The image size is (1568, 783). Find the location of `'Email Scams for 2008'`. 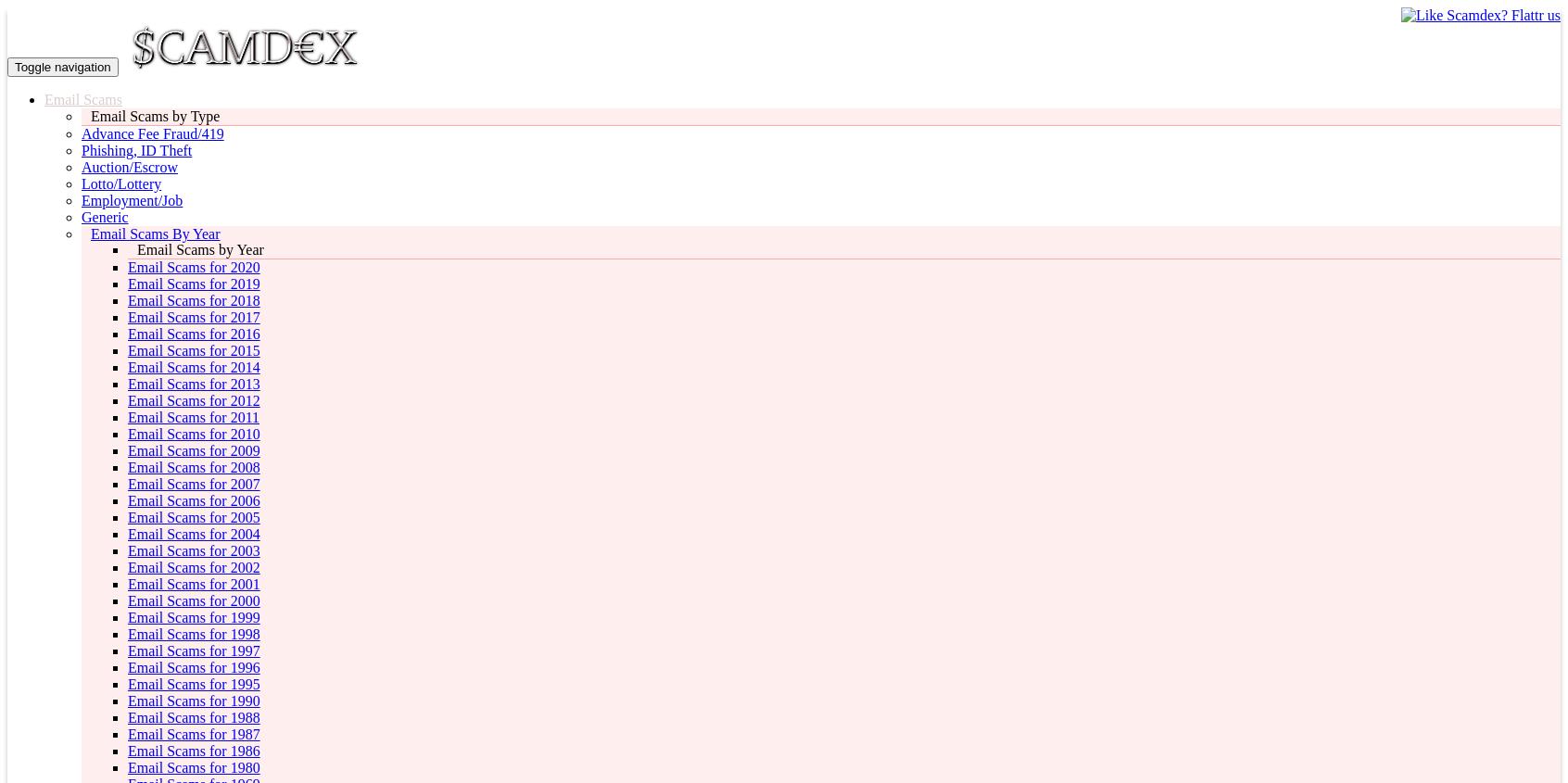

'Email Scams for 2008' is located at coordinates (192, 467).